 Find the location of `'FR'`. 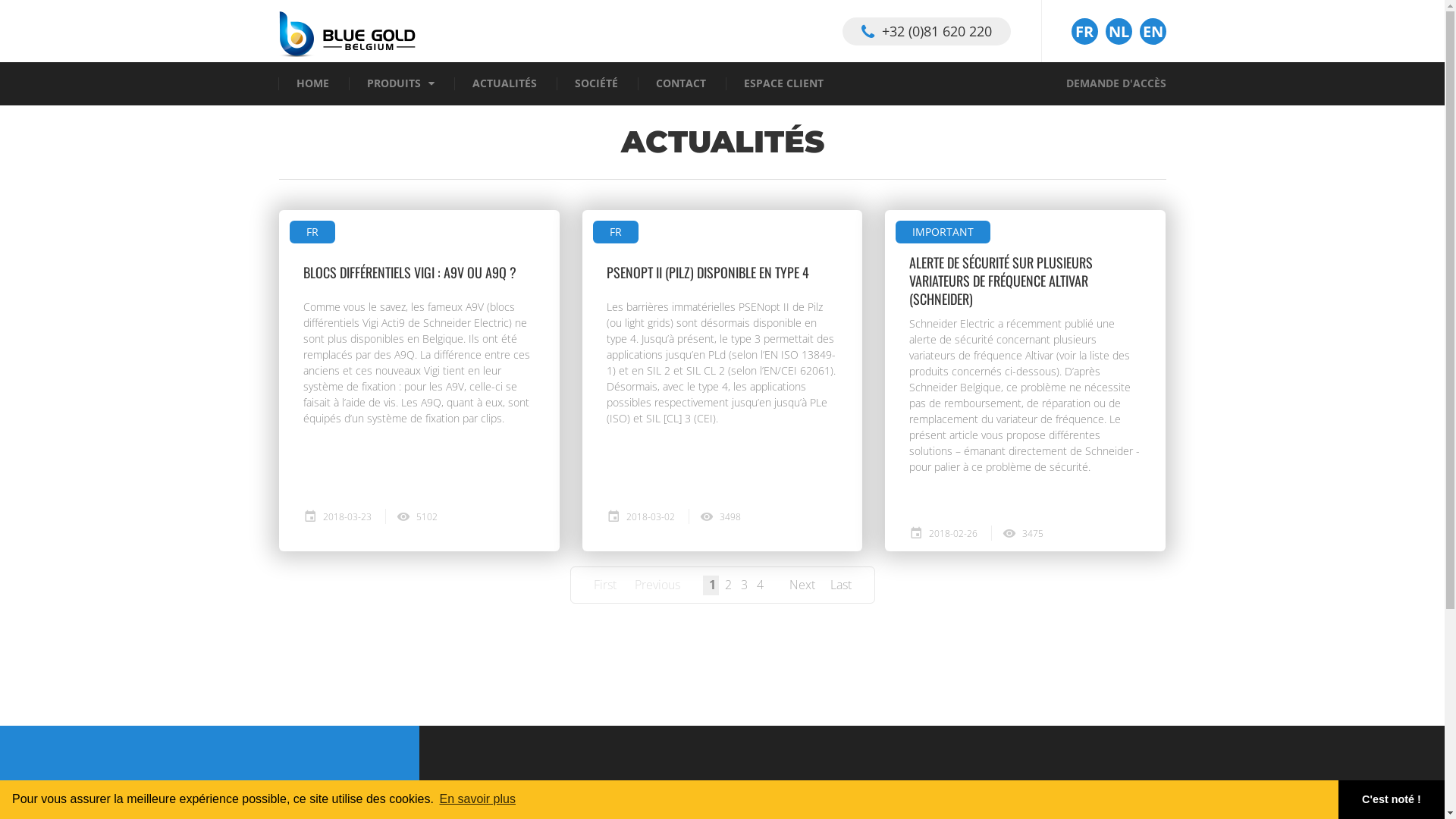

'FR' is located at coordinates (1083, 31).